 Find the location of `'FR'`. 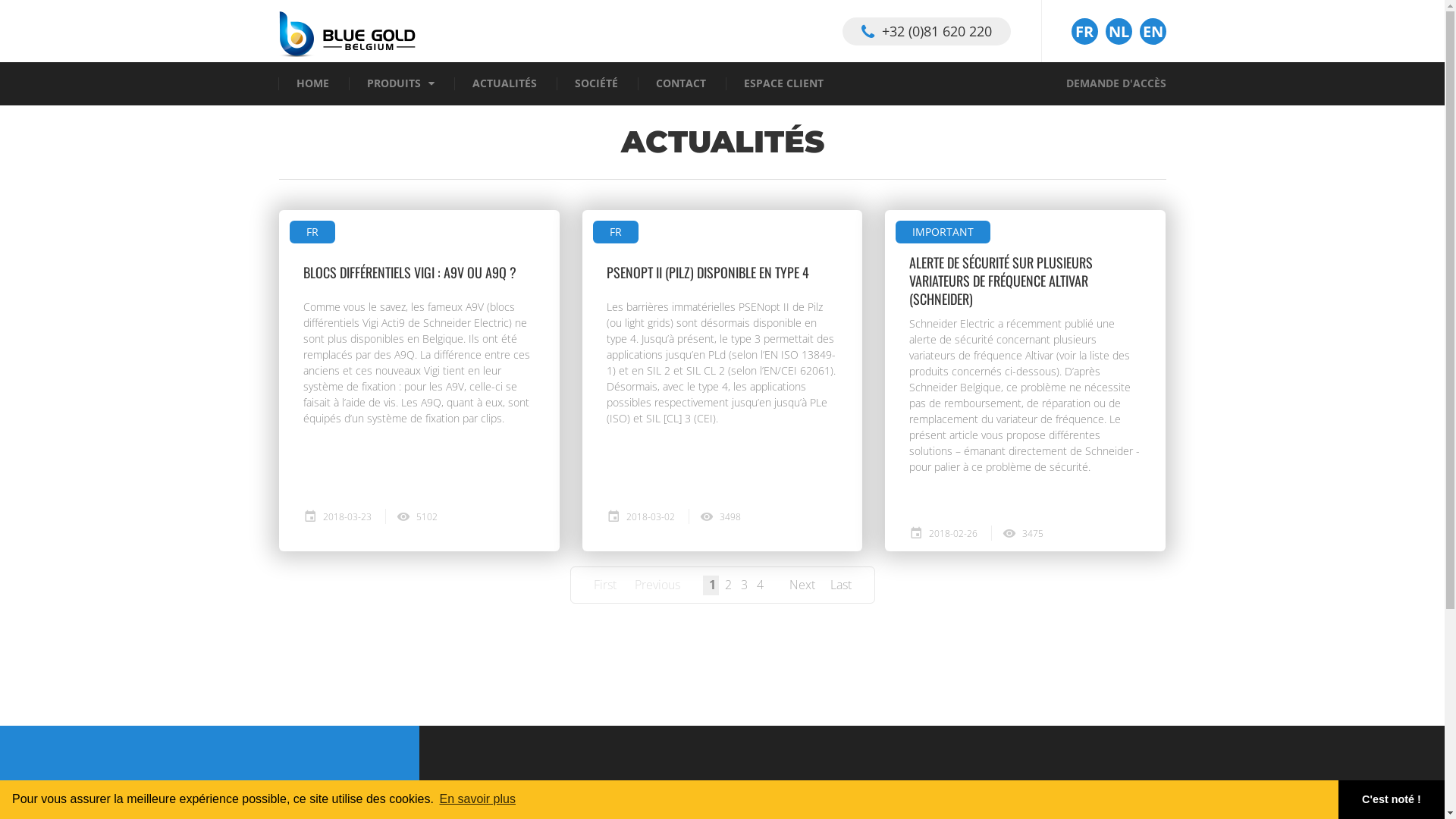

'FR' is located at coordinates (1083, 31).